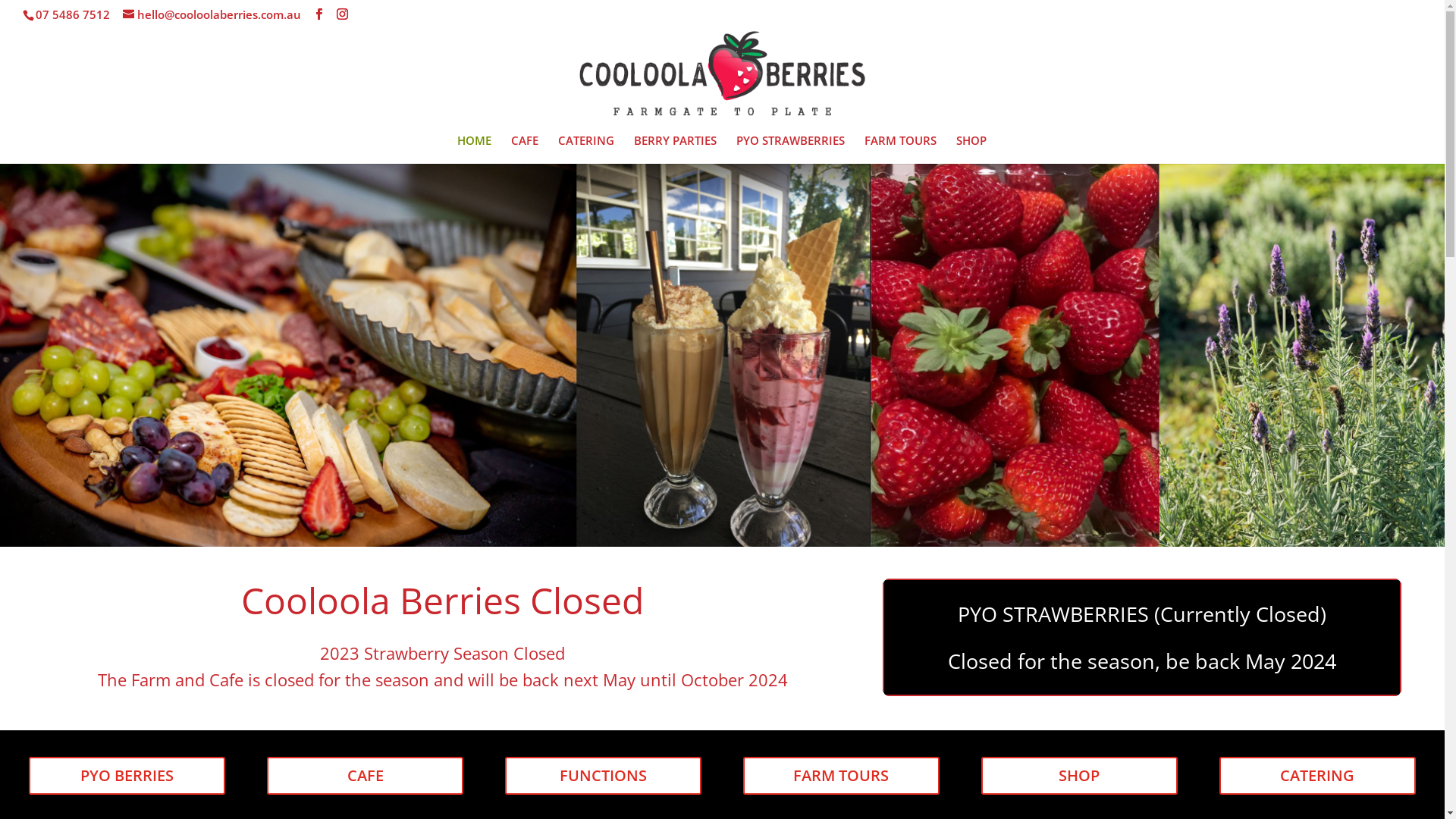 This screenshot has width=1456, height=819. I want to click on 'PYO BERRIES', so click(127, 775).